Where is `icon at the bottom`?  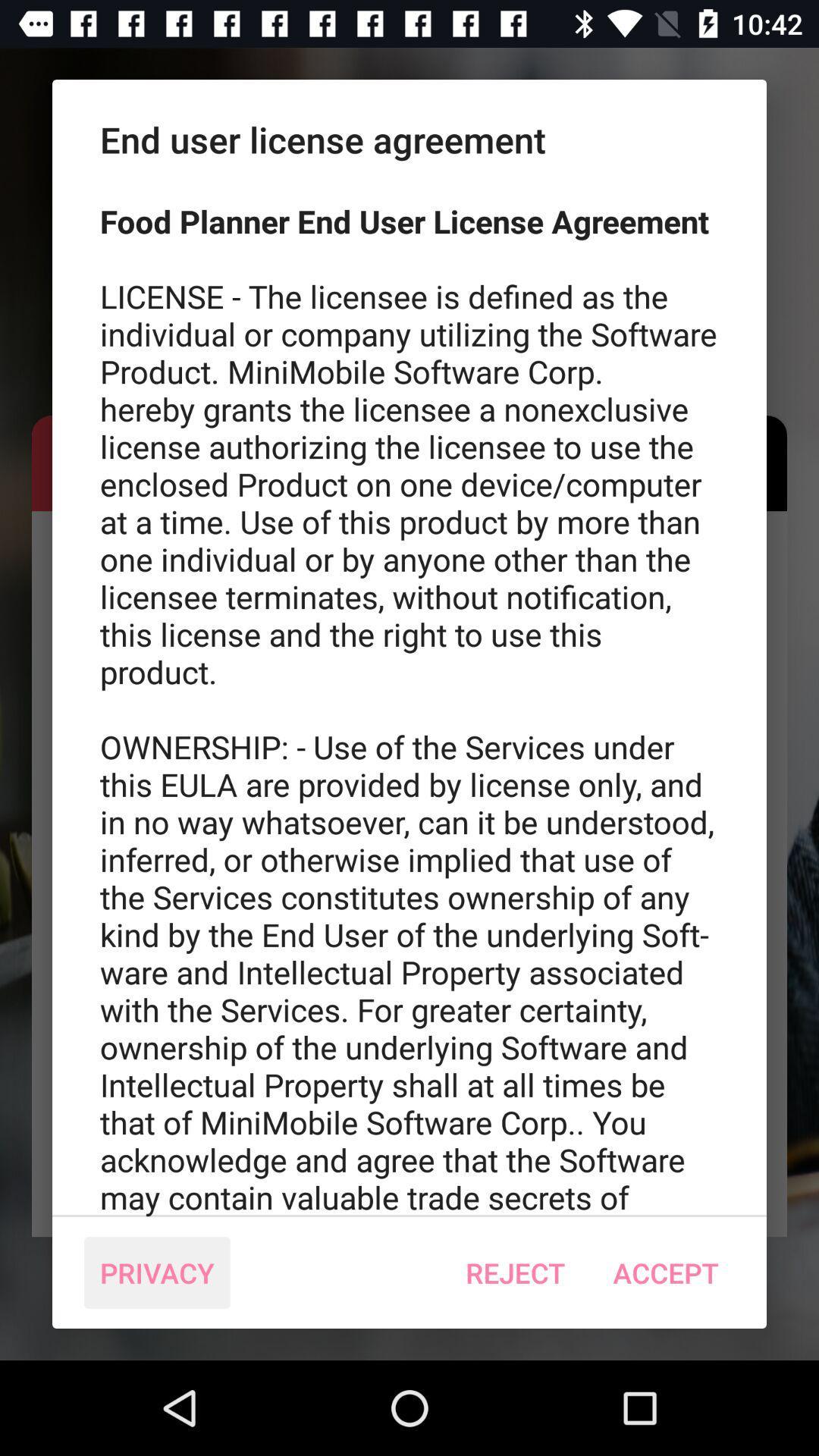
icon at the bottom is located at coordinates (514, 1272).